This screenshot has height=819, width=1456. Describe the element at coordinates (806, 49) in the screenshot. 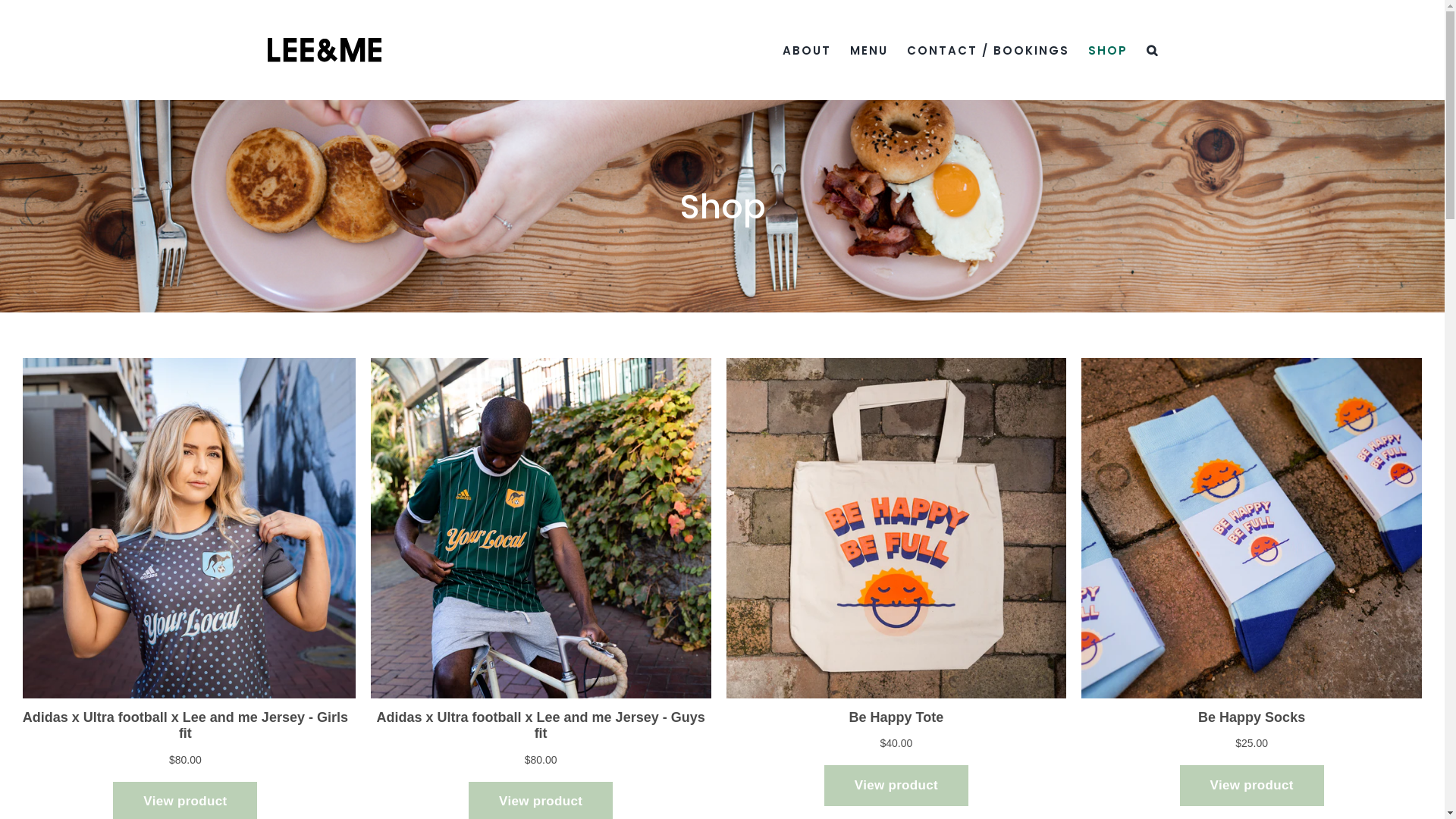

I see `'ABOUT'` at that location.